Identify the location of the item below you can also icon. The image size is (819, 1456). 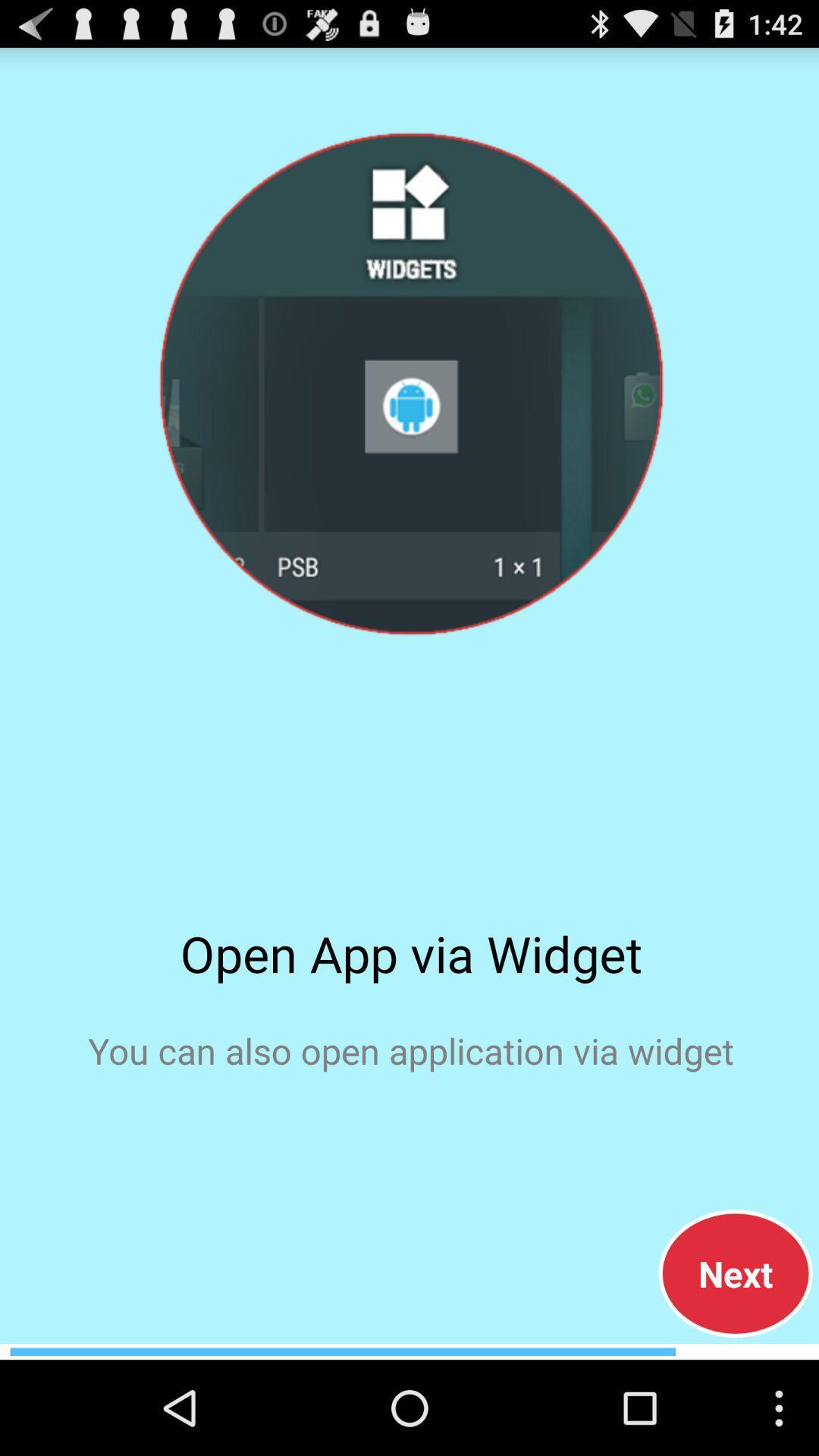
(735, 1273).